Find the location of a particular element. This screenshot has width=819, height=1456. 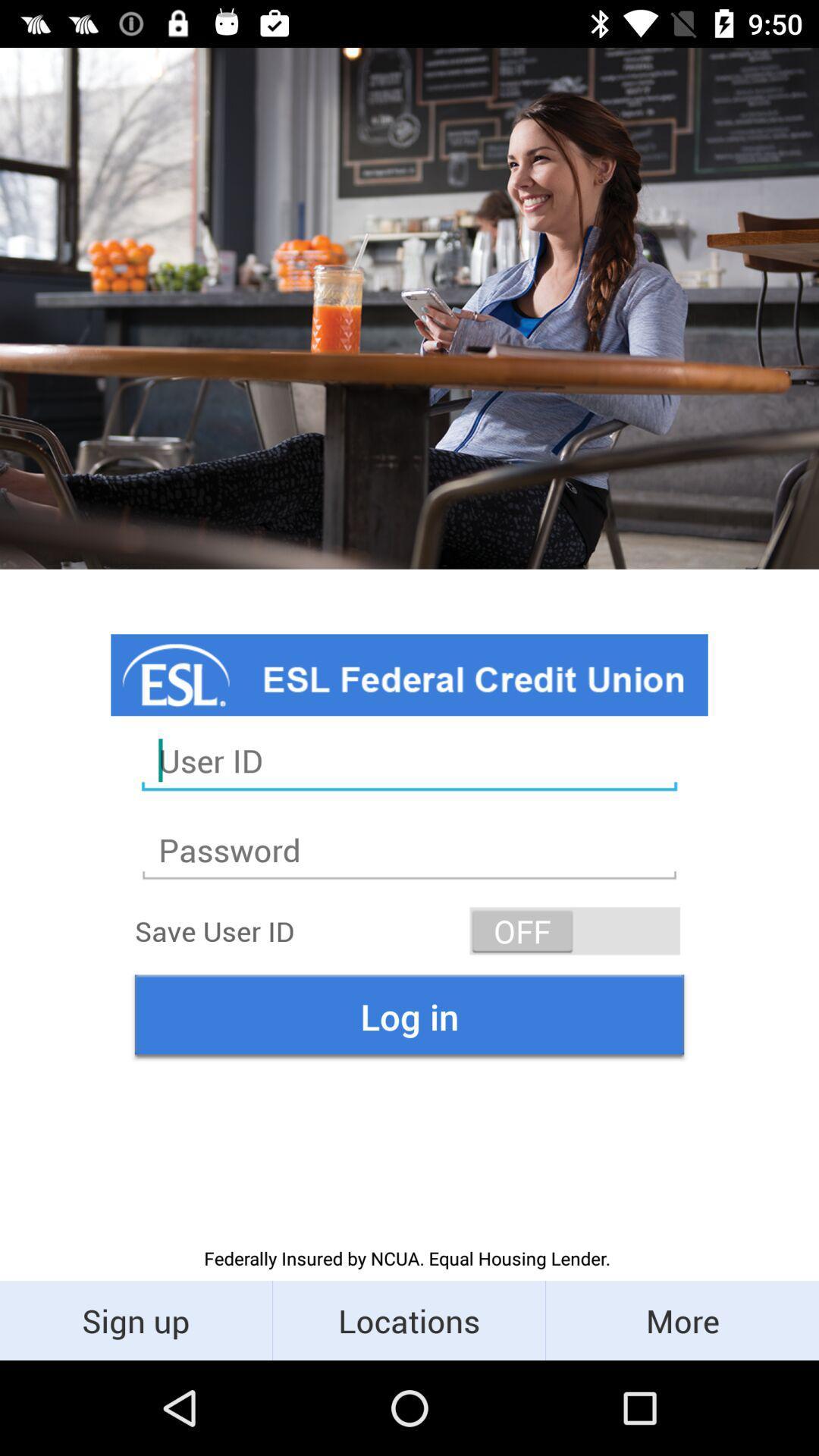

1st blue color tab below the image is located at coordinates (409, 673).